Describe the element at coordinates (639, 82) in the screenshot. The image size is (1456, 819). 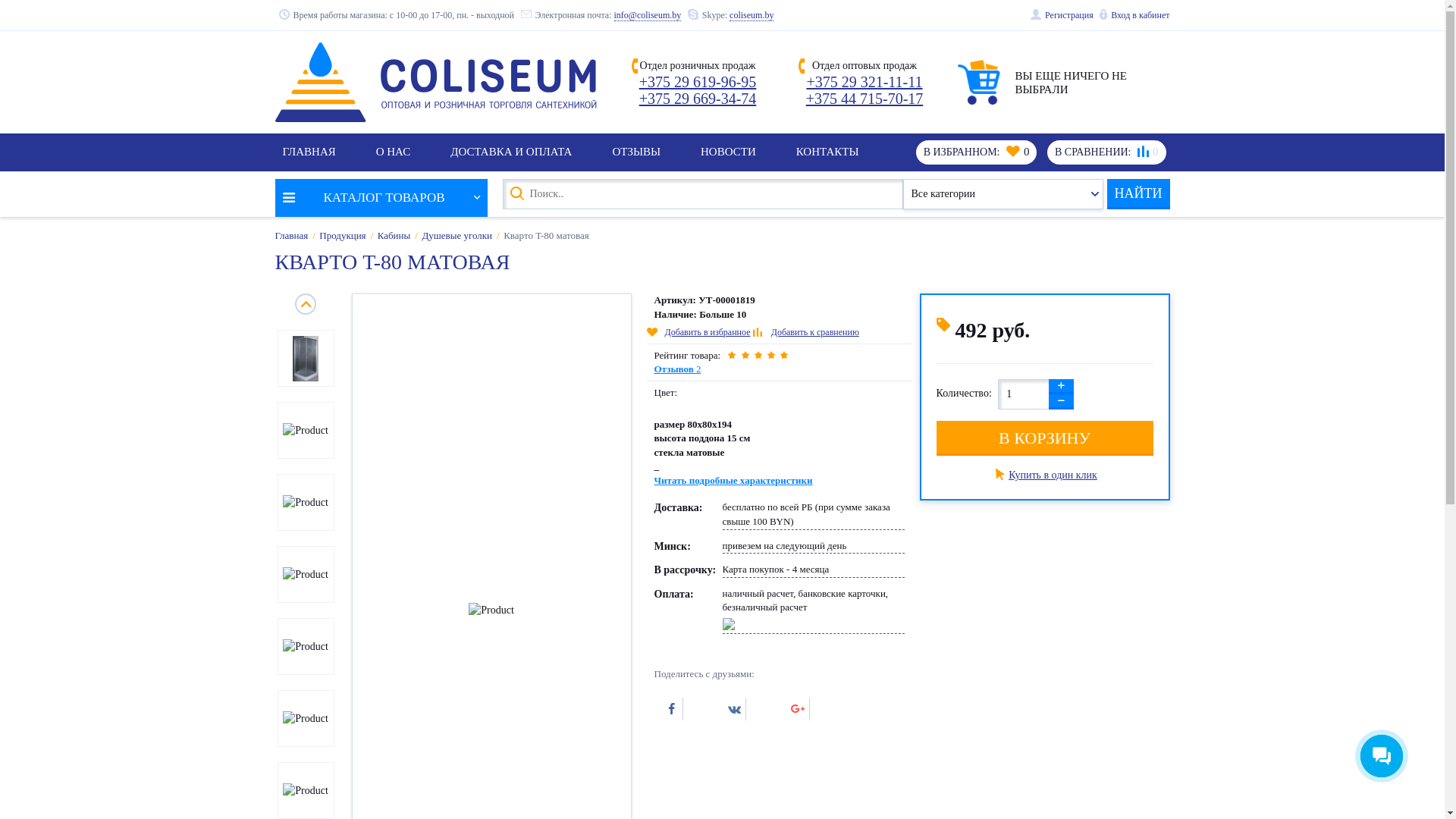
I see `'+375 29 619-96-95'` at that location.